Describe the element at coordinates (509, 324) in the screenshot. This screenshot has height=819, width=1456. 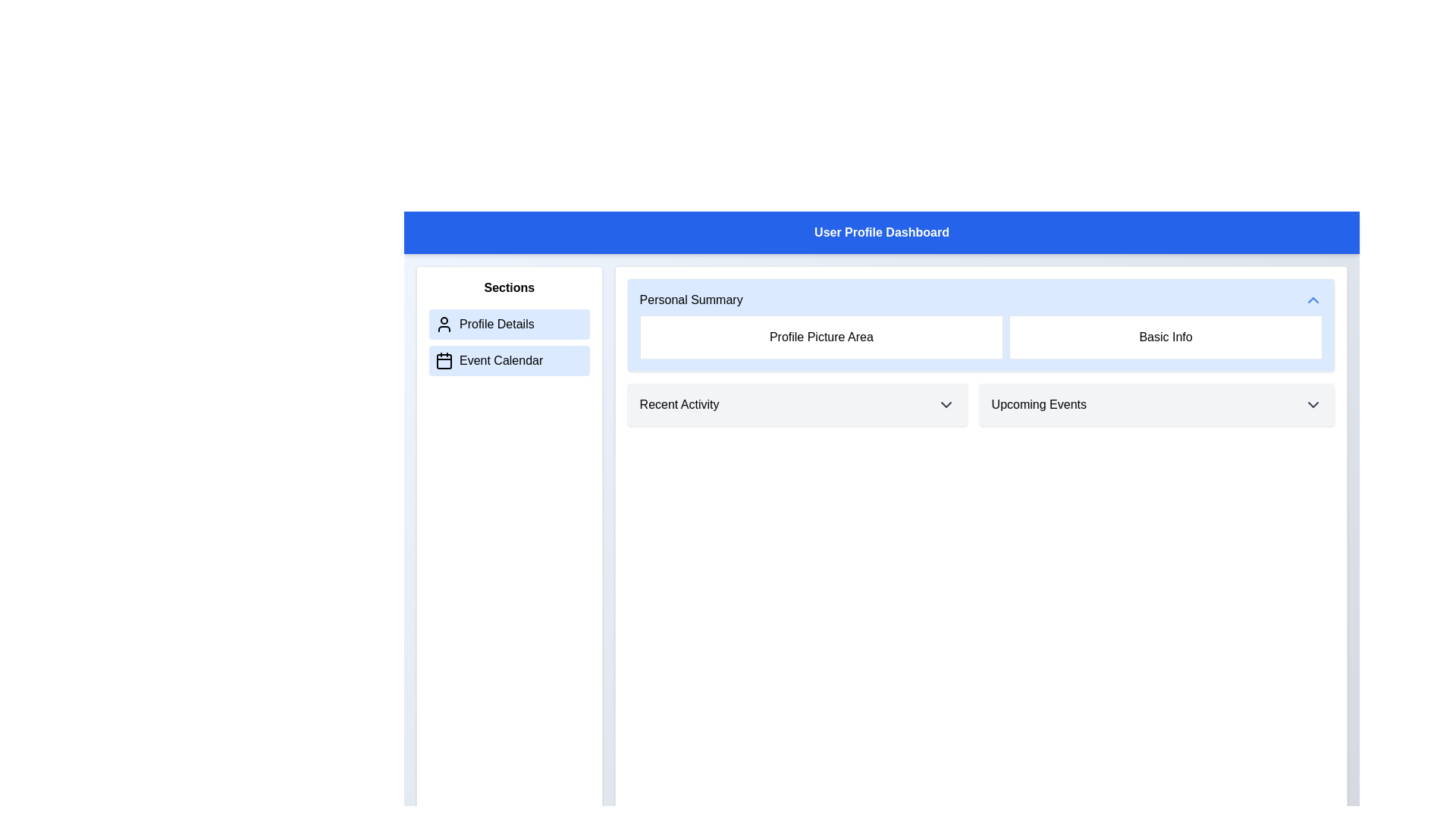
I see `the 'Profile Details' button-like component with a light blue background and user profile icon` at that location.